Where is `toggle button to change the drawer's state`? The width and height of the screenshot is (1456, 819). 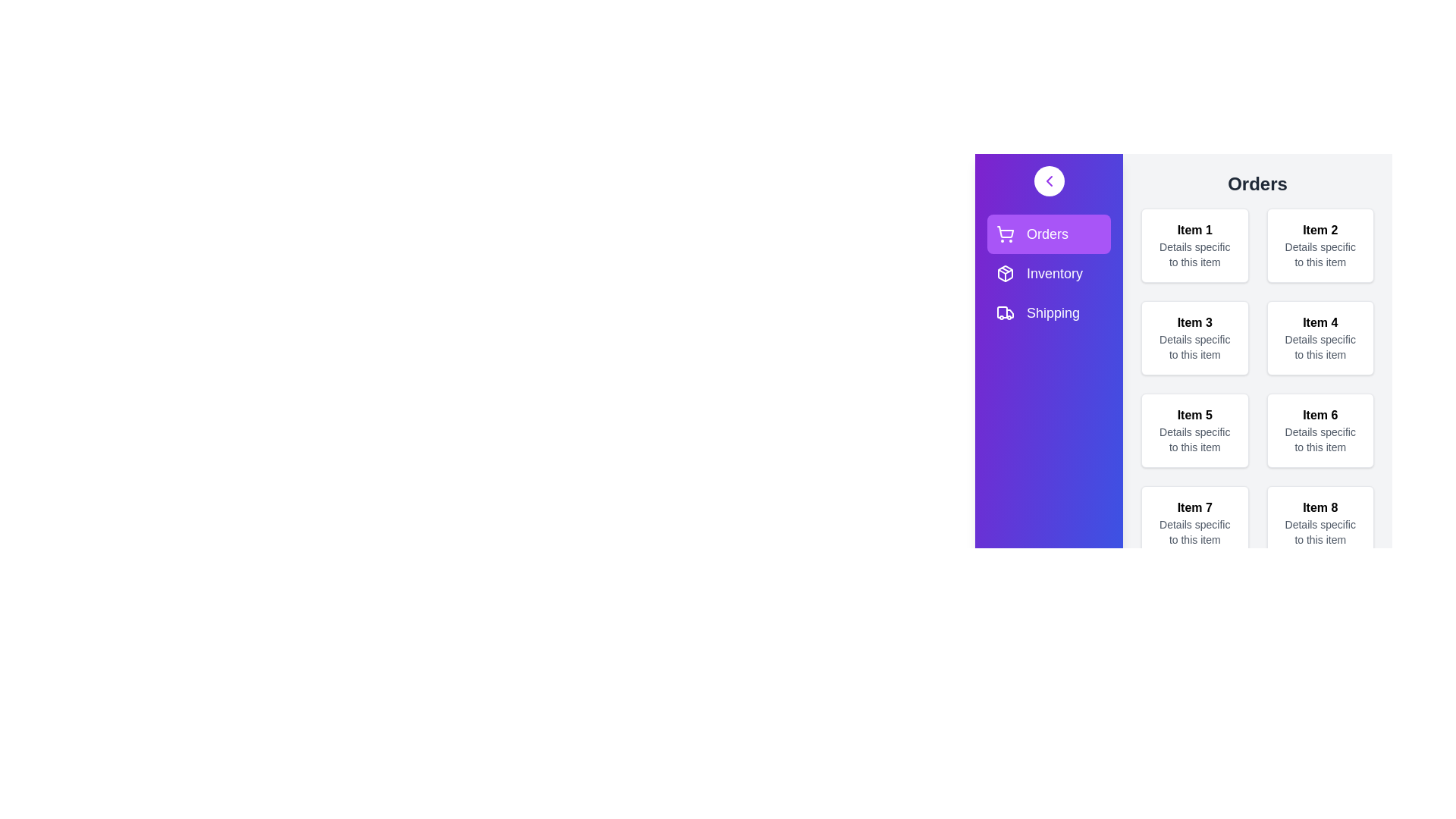 toggle button to change the drawer's state is located at coordinates (1048, 180).